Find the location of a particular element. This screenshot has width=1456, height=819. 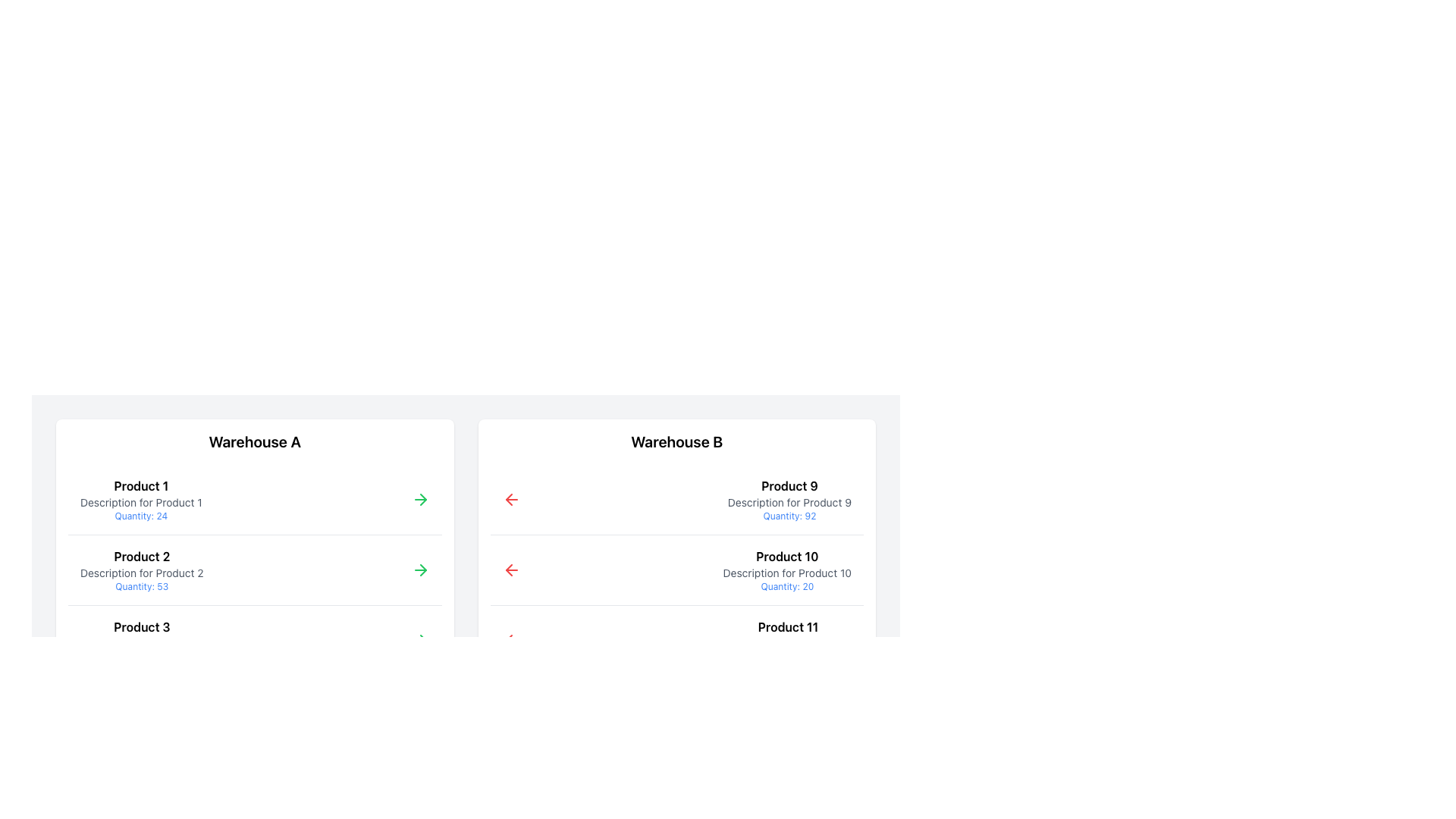

the green right-pointing navigational arrow icon located next to the 'Quantity: 24' text in the product listing titled 'Product 1' is located at coordinates (420, 500).